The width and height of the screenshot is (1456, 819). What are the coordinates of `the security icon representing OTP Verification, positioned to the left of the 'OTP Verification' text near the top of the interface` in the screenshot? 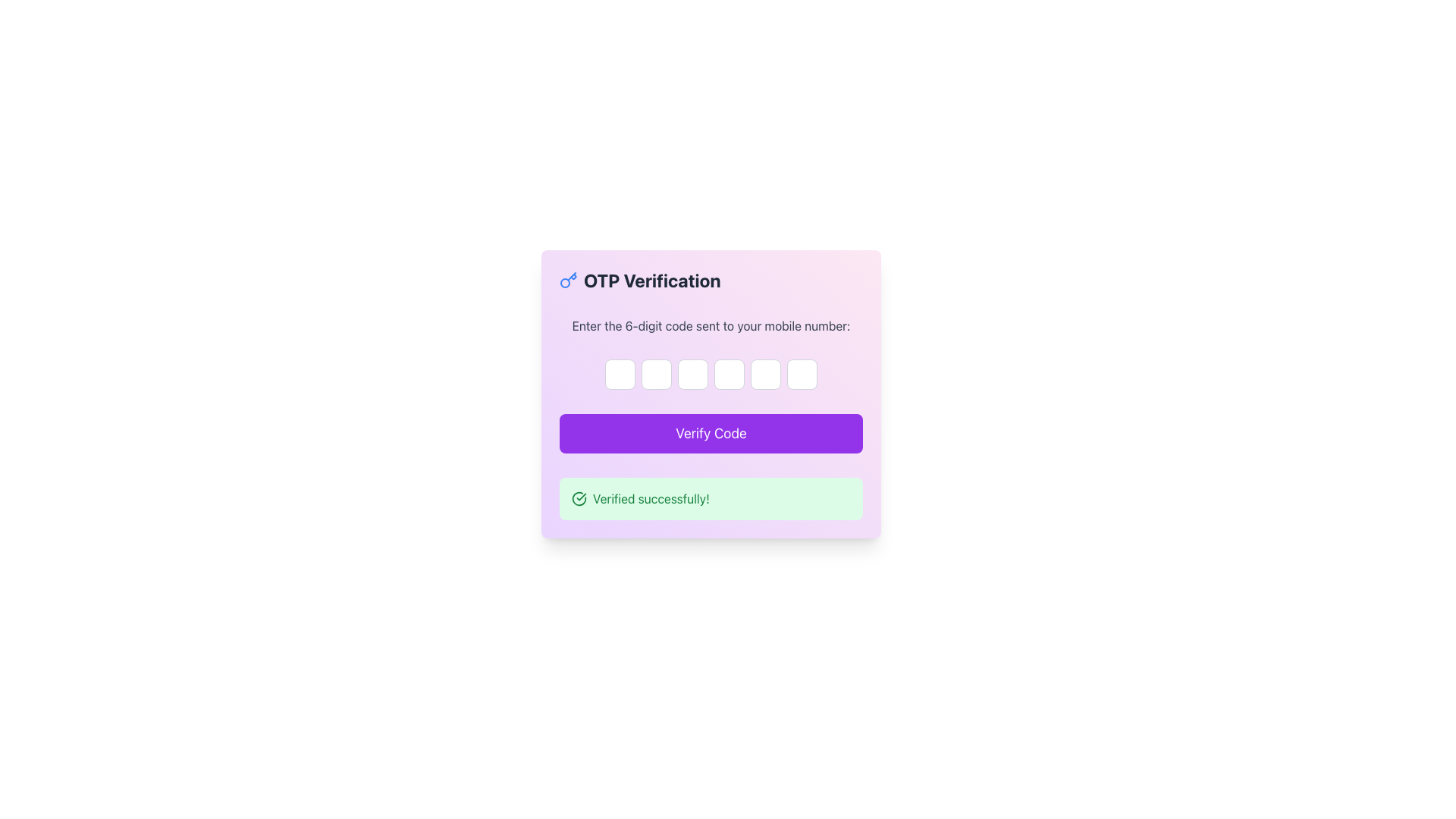 It's located at (567, 281).